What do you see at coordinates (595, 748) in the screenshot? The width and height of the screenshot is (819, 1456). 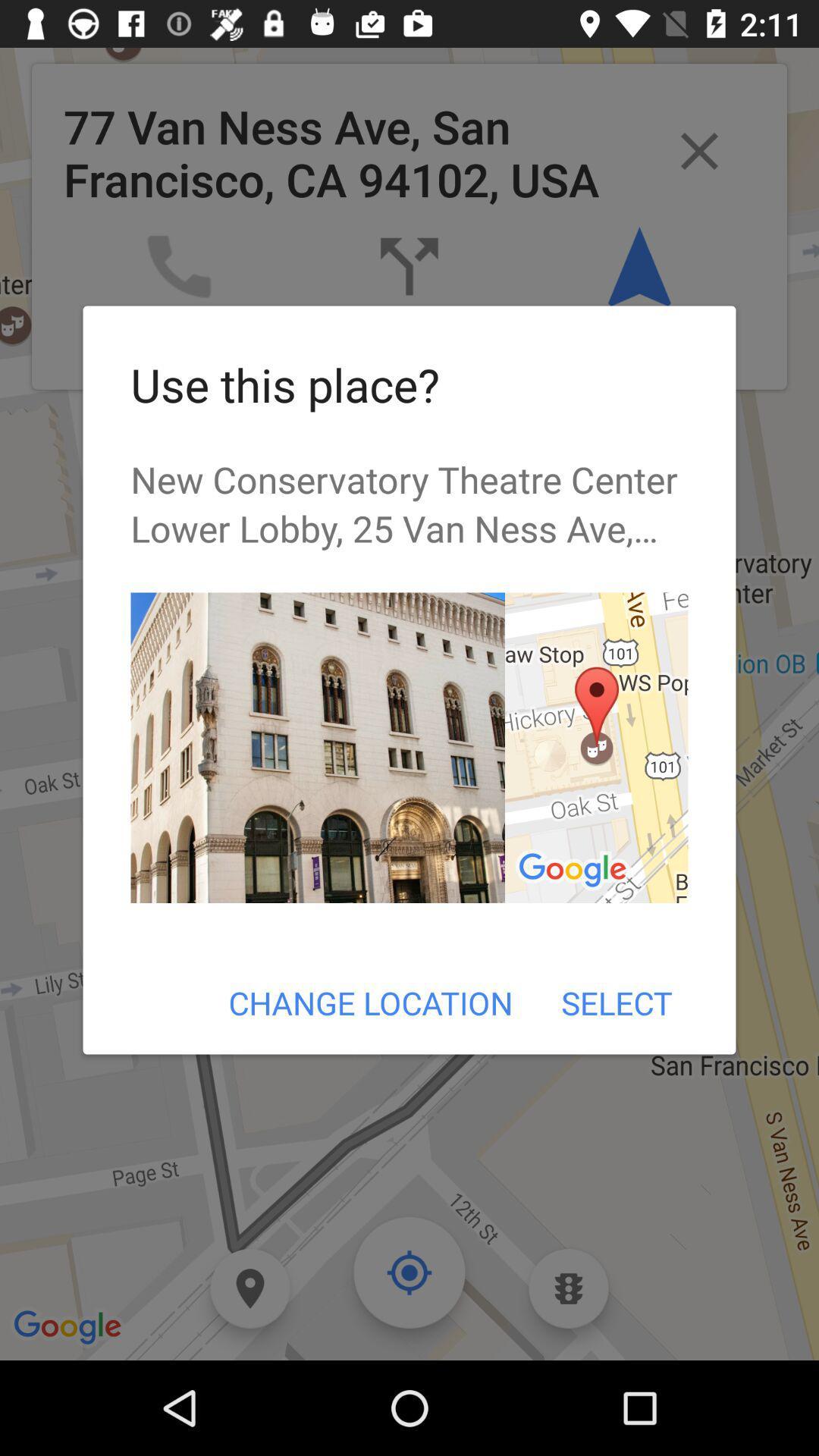 I see `icon below the lower lobby 25 item` at bounding box center [595, 748].